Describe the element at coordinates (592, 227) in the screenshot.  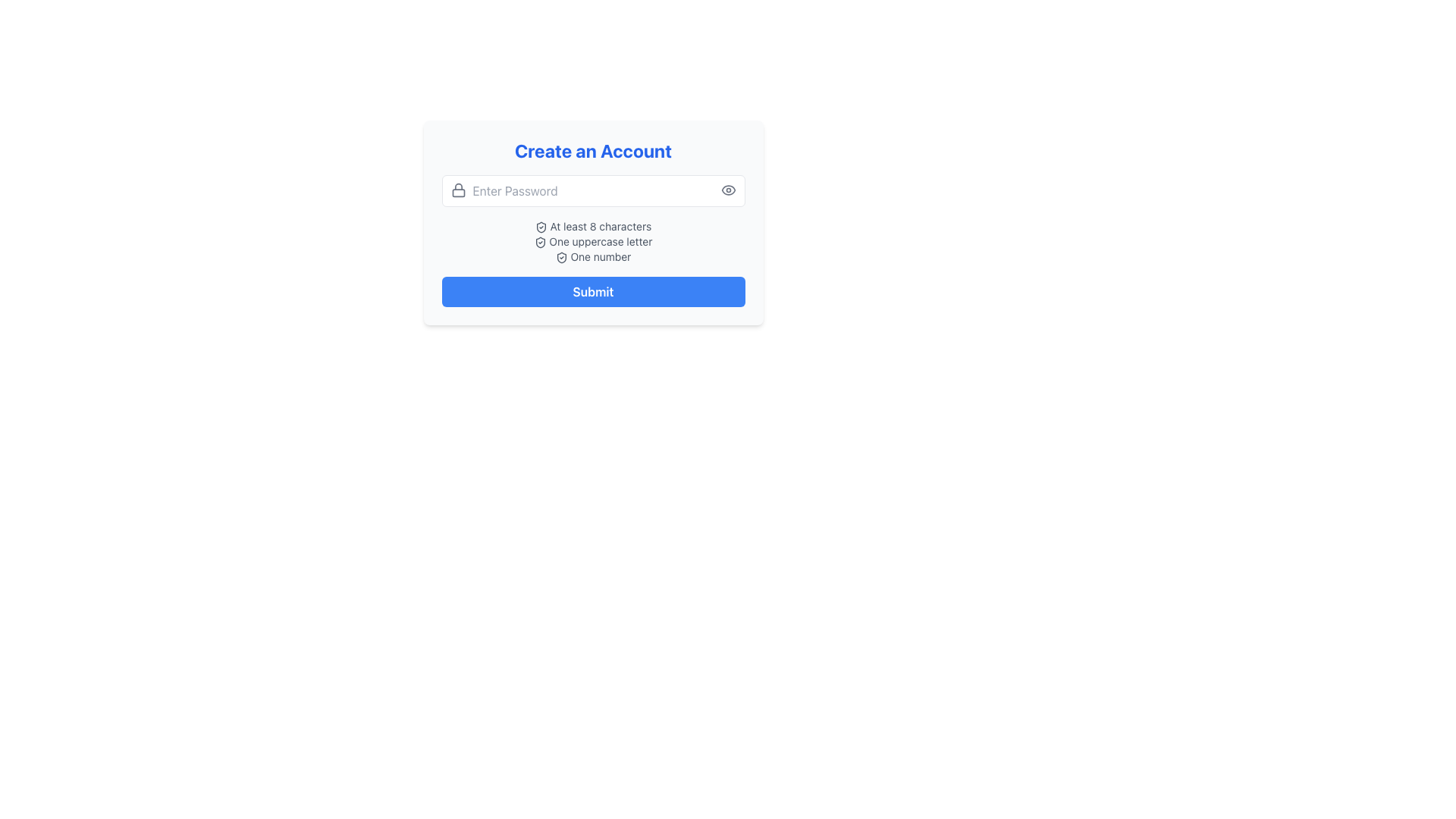
I see `the first text description in the password requirements list located below the password input field in the 'Create an Account' form` at that location.